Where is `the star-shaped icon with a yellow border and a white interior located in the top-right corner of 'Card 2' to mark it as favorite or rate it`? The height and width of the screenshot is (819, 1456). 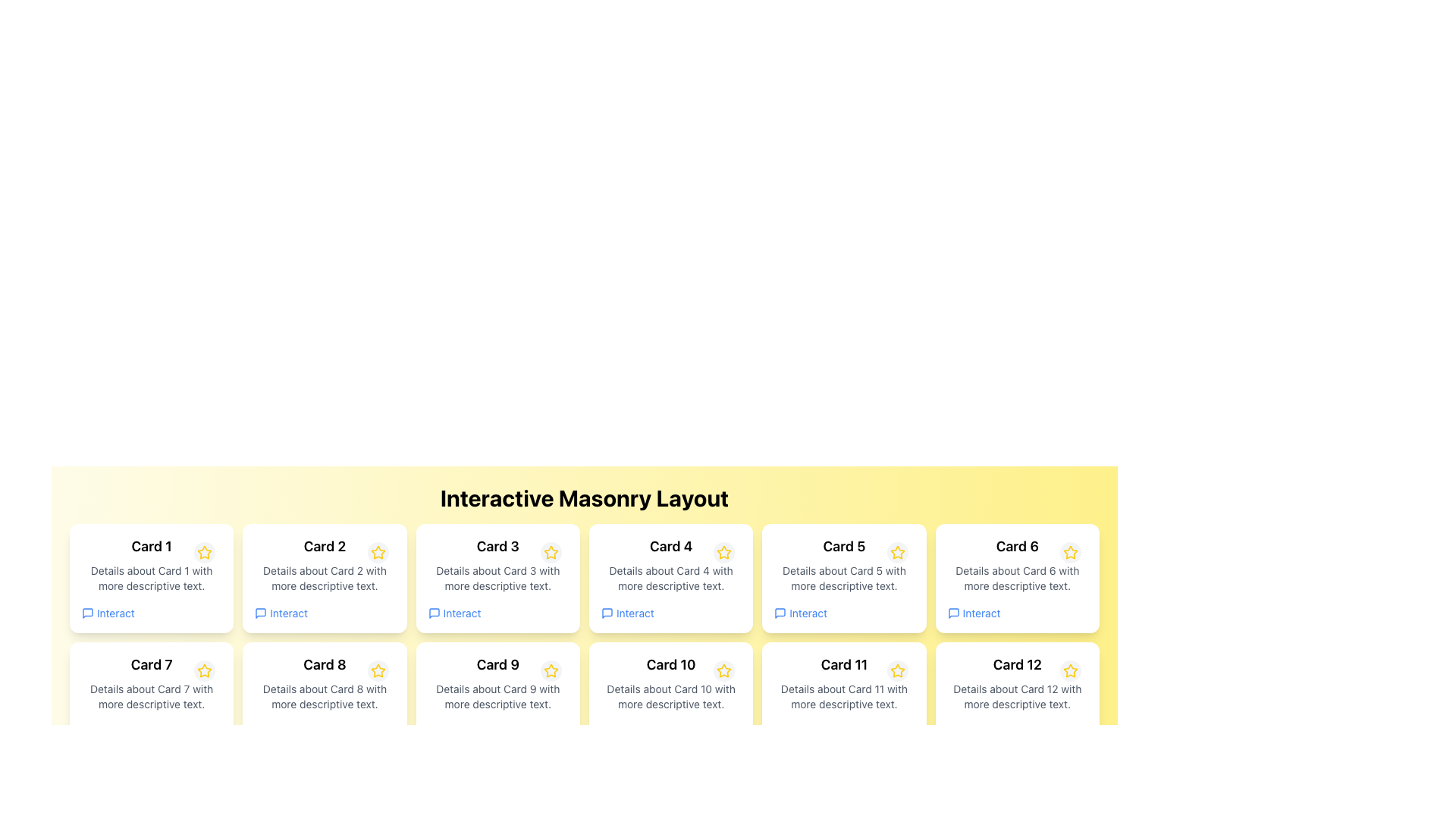
the star-shaped icon with a yellow border and a white interior located in the top-right corner of 'Card 2' to mark it as favorite or rate it is located at coordinates (378, 553).